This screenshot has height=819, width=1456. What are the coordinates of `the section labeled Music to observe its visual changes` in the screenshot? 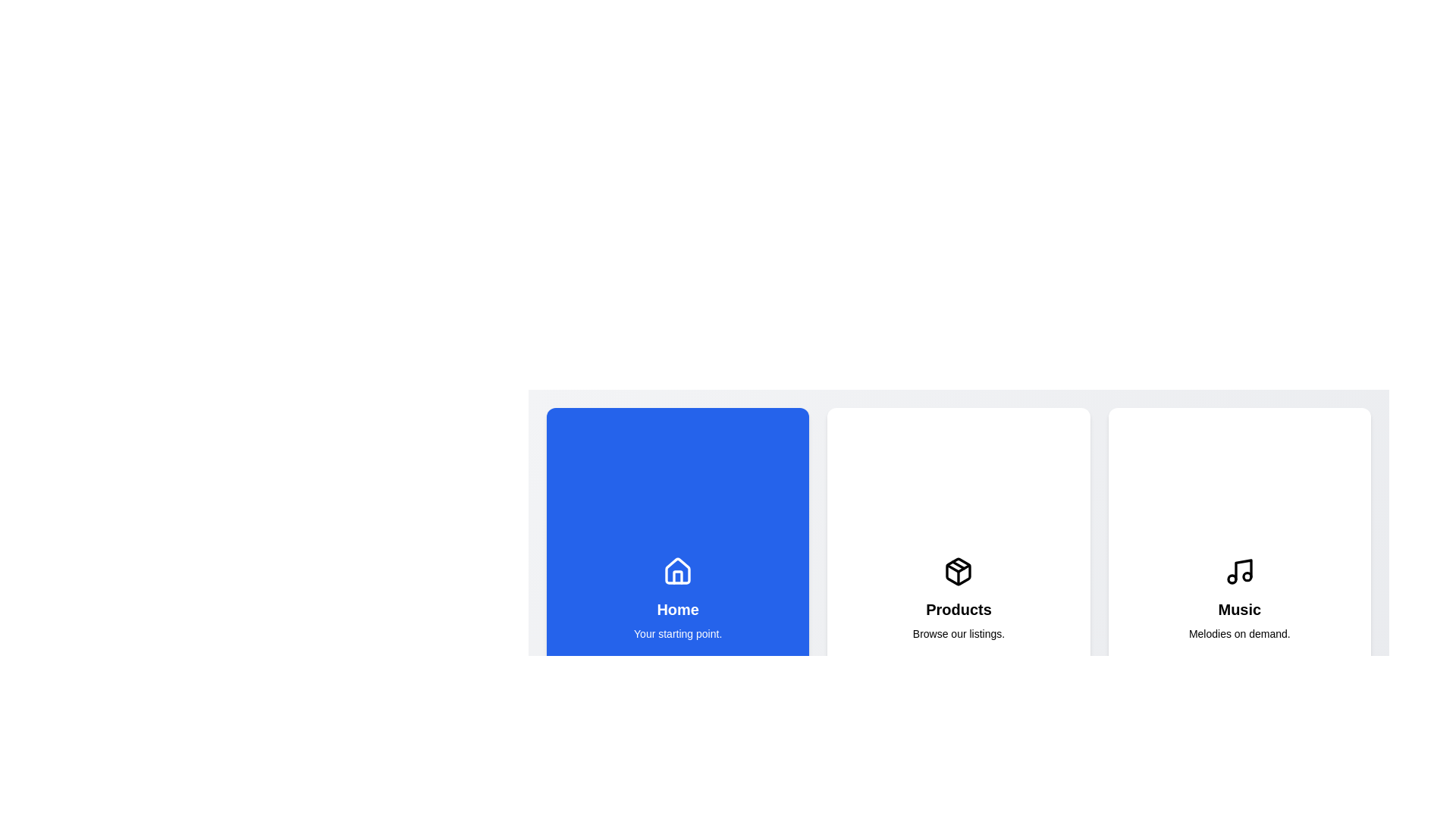 It's located at (1238, 598).